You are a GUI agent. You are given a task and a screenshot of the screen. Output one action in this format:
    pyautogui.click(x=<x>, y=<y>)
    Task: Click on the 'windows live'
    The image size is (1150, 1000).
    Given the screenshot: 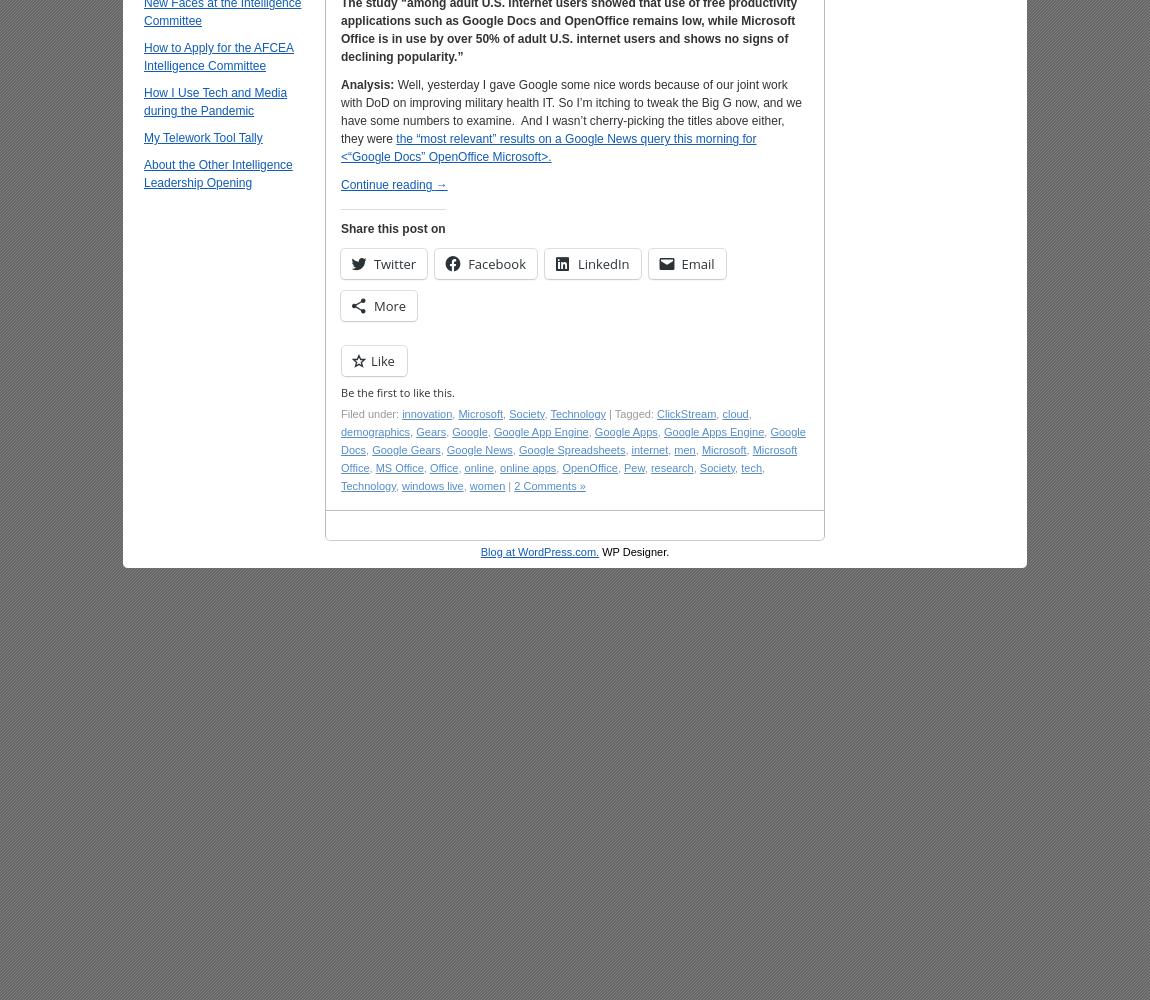 What is the action you would take?
    pyautogui.click(x=432, y=484)
    